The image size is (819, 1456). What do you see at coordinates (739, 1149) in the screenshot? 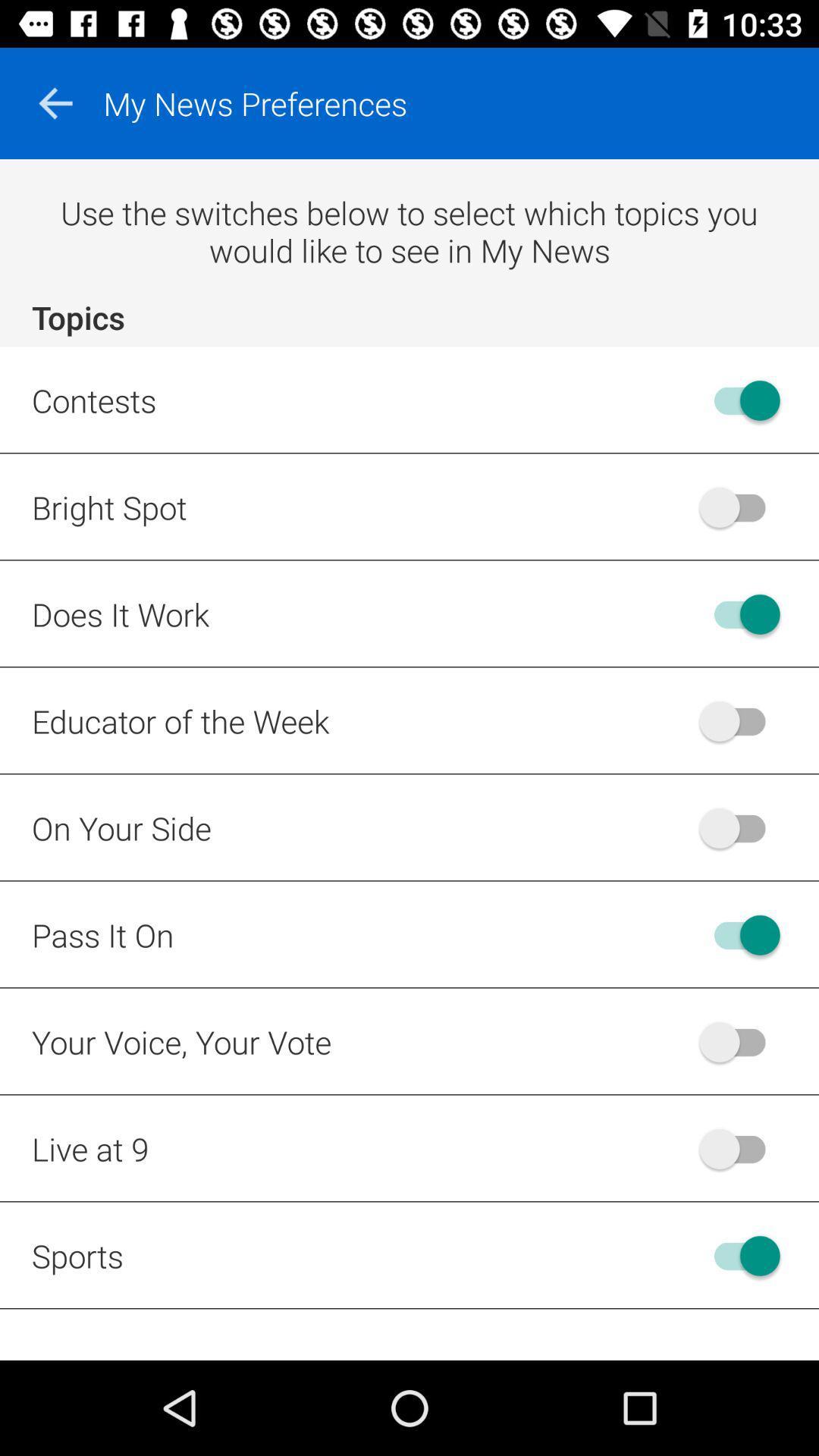
I see `a topic on/off` at bounding box center [739, 1149].